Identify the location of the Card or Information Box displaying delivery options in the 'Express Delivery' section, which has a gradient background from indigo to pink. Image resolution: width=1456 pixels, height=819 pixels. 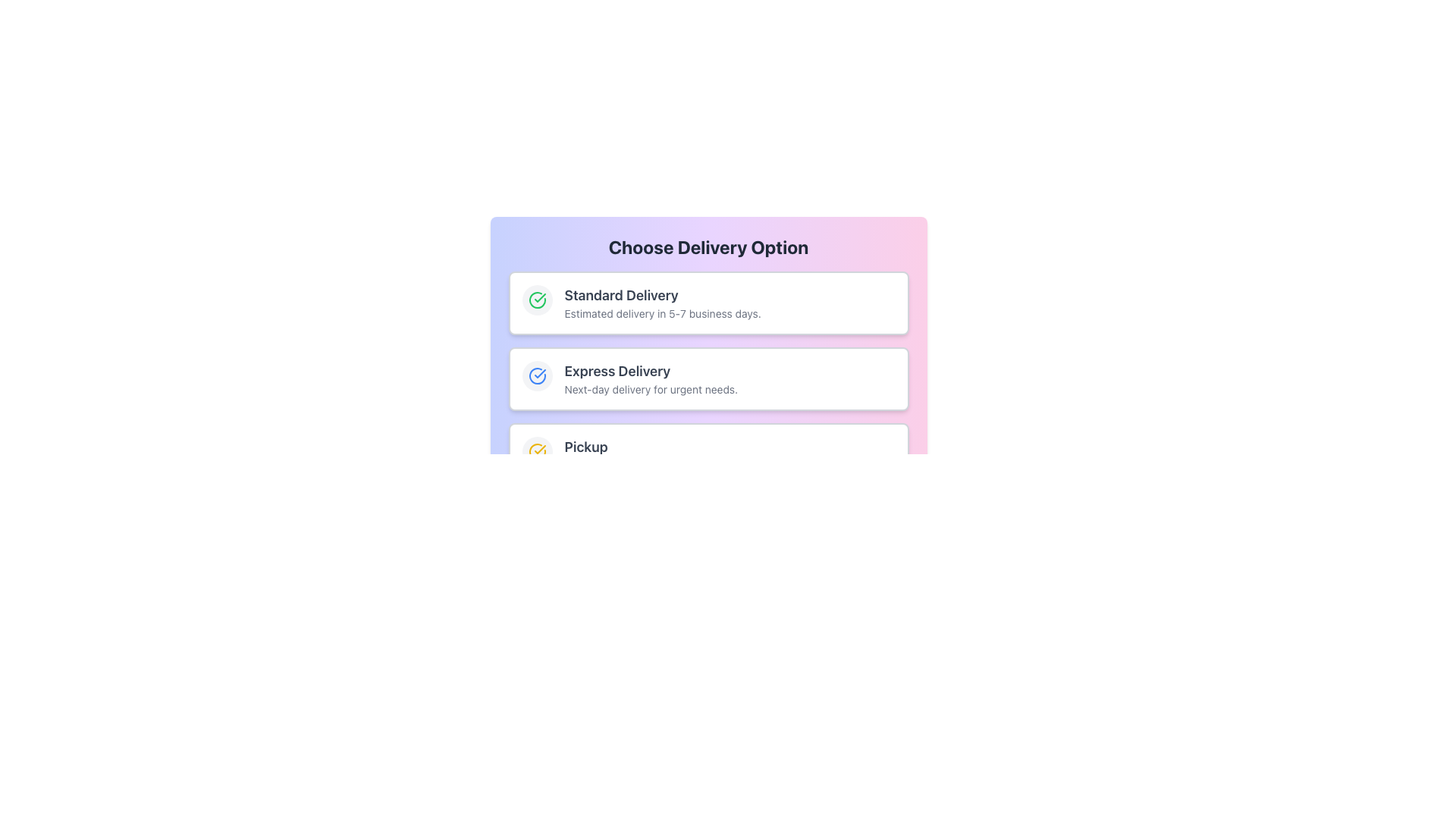
(708, 378).